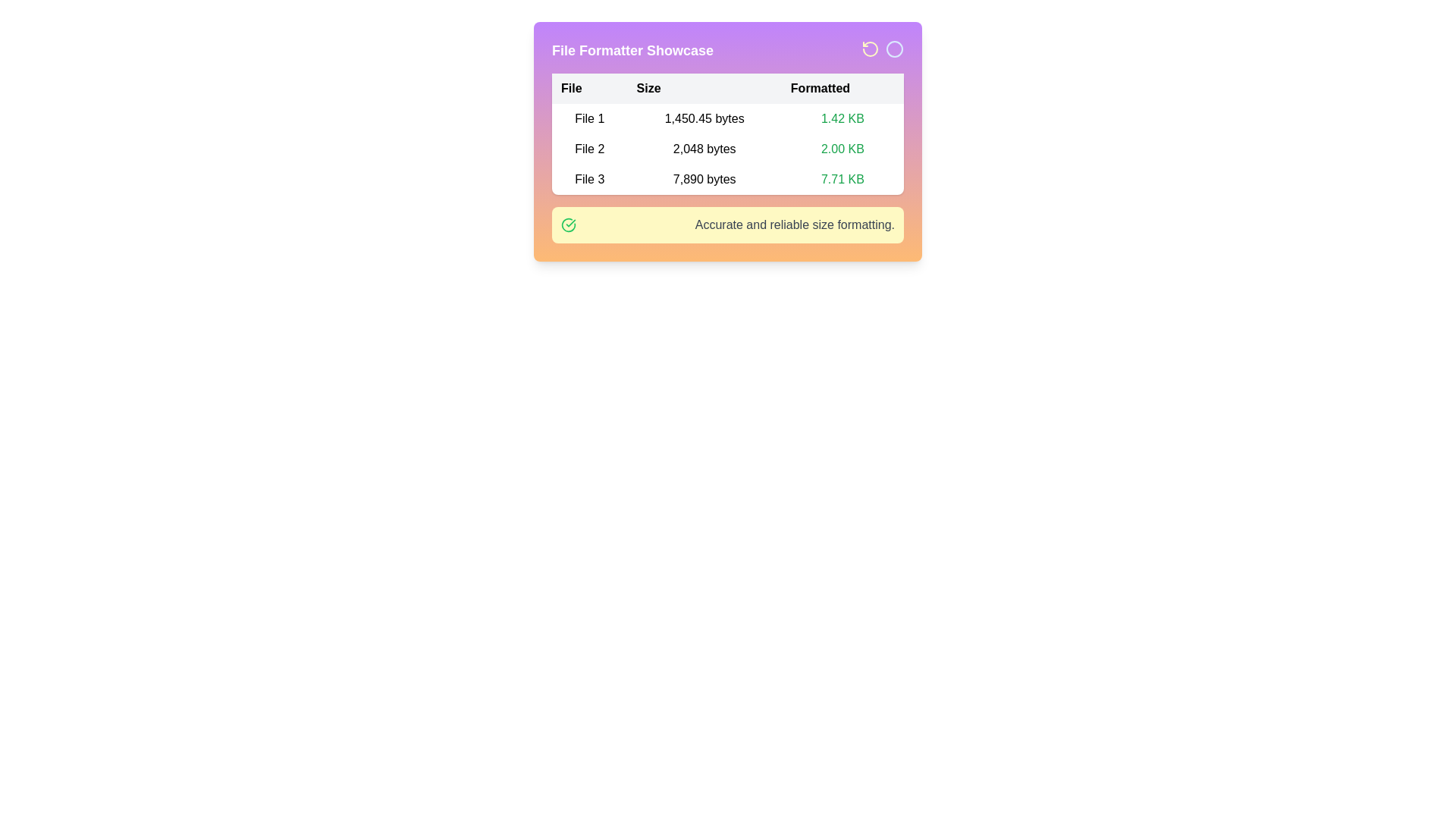 Image resolution: width=1456 pixels, height=819 pixels. I want to click on the third row of the table containing the text 'File 3', '7,890 bytes', and '7.71 KB', where the third piece is styled in green font, so click(728, 178).